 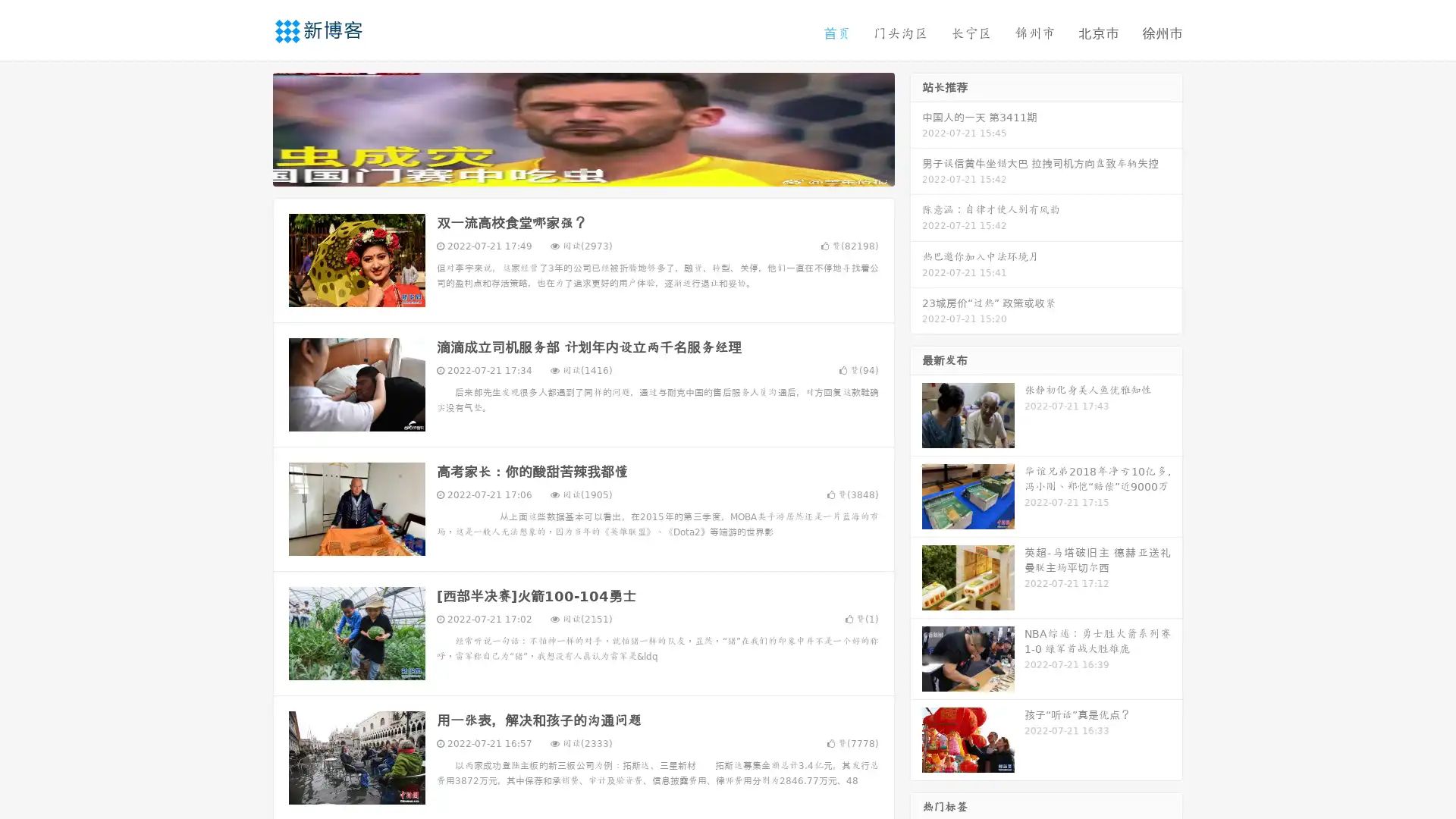 I want to click on Previous slide, so click(x=250, y=127).